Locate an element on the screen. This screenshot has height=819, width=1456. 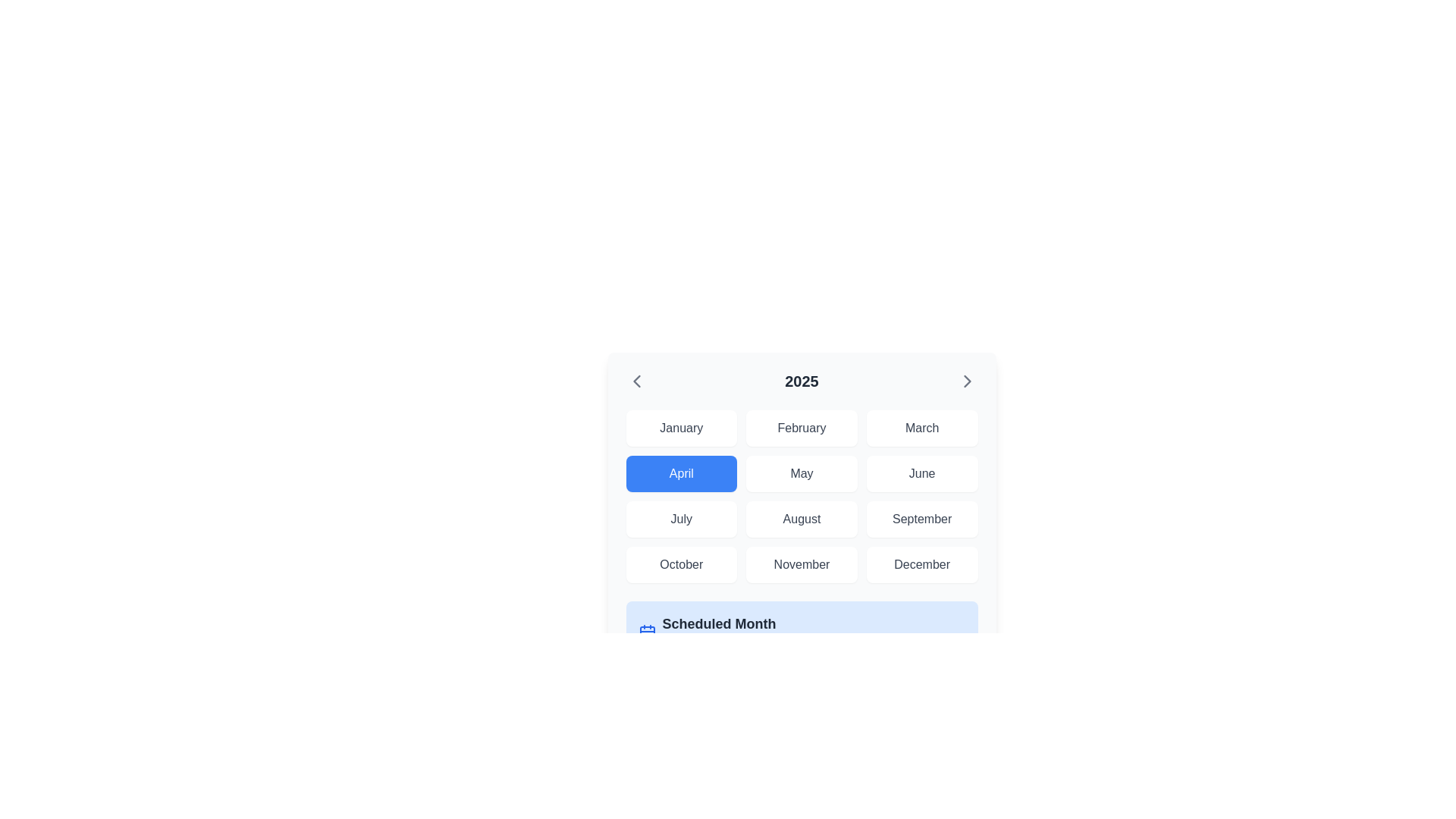
the highlighted month within the Date Picker element that has a light gray background and white border is located at coordinates (801, 516).